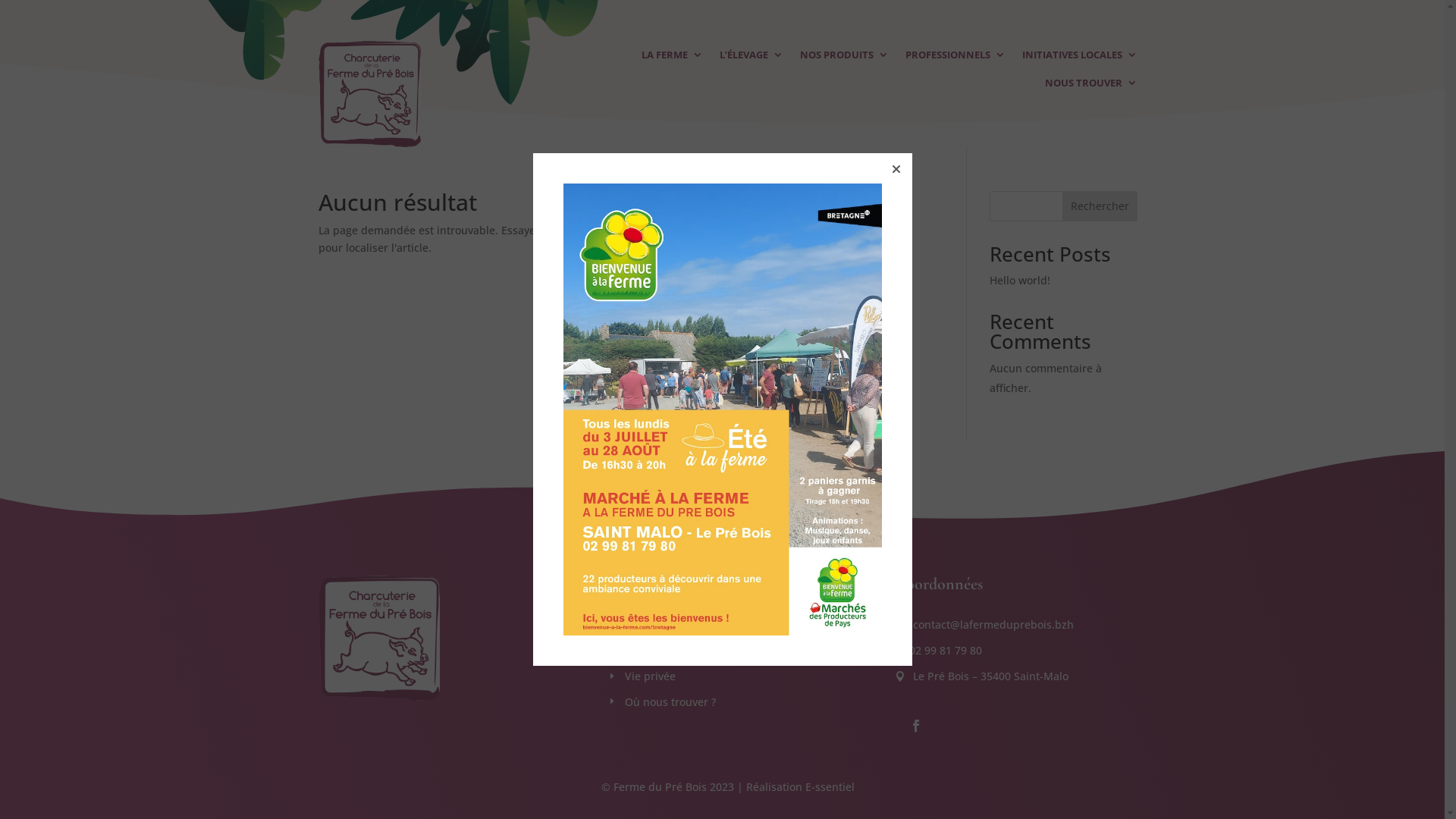 The height and width of the screenshot is (819, 1456). What do you see at coordinates (369, 93) in the screenshot?
I see `'logo-ferme-du-pre-bois'` at bounding box center [369, 93].